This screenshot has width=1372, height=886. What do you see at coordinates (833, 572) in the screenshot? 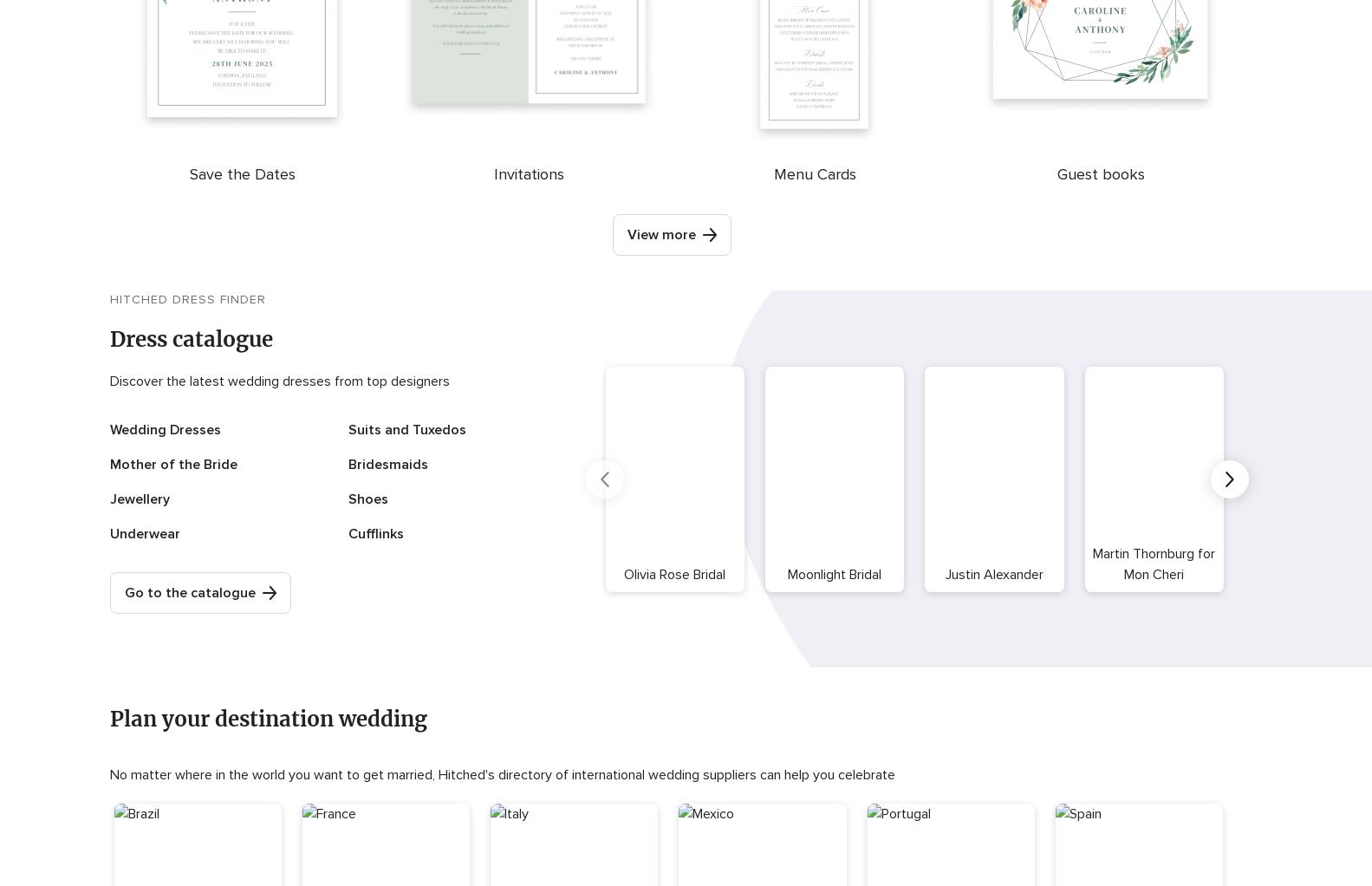
I see `'Moonlight Bridal'` at bounding box center [833, 572].